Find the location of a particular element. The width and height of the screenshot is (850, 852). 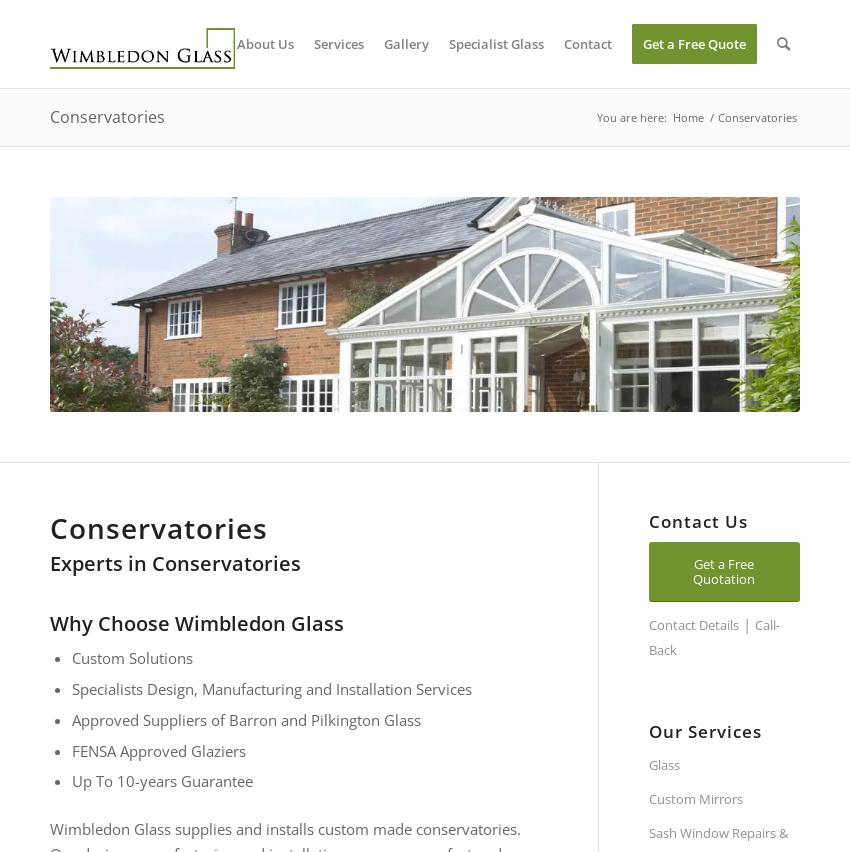

'Get a Free Quotation' is located at coordinates (724, 570).